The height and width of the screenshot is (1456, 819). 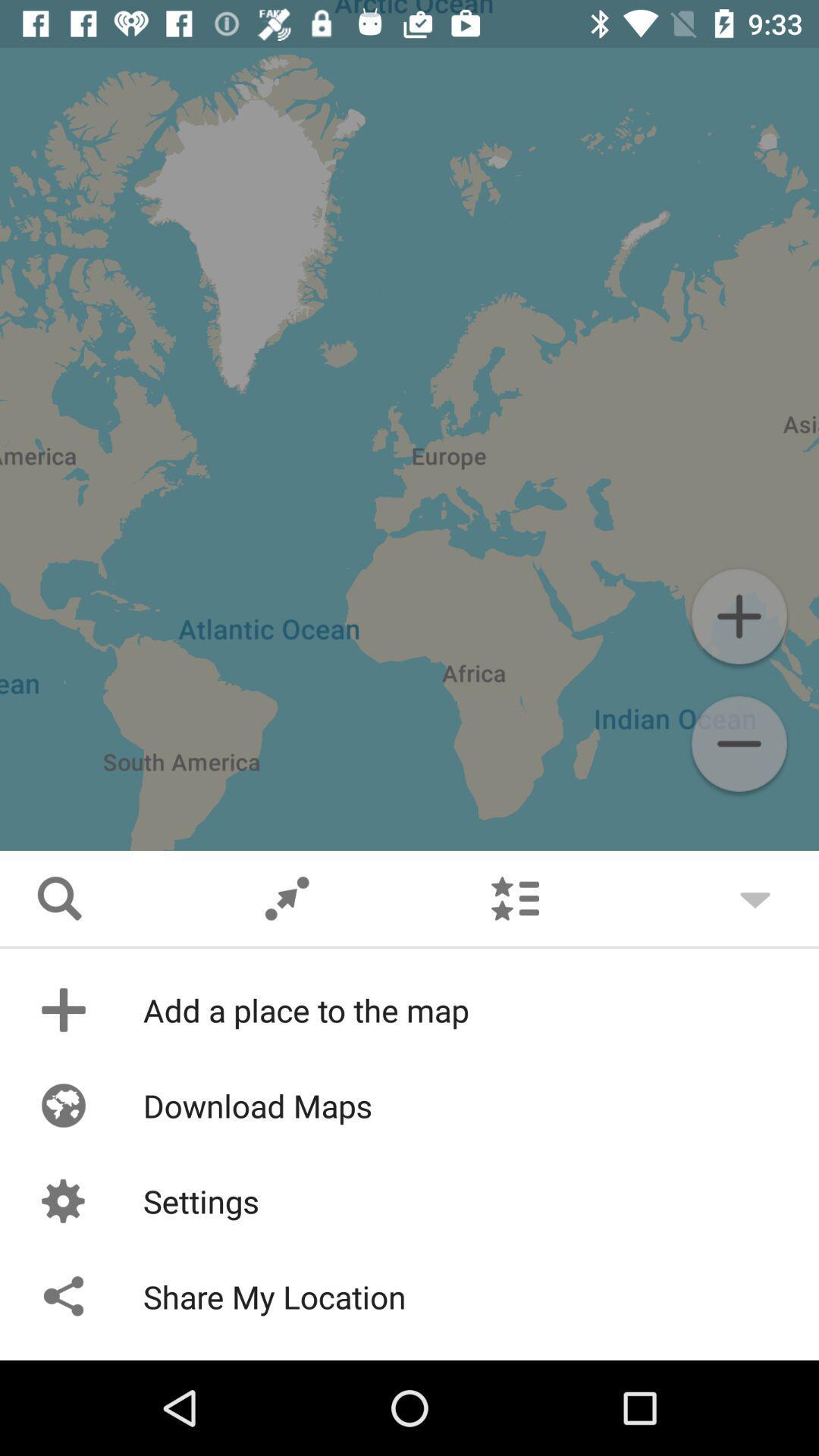 What do you see at coordinates (751, 899) in the screenshot?
I see `the expand_more icon` at bounding box center [751, 899].